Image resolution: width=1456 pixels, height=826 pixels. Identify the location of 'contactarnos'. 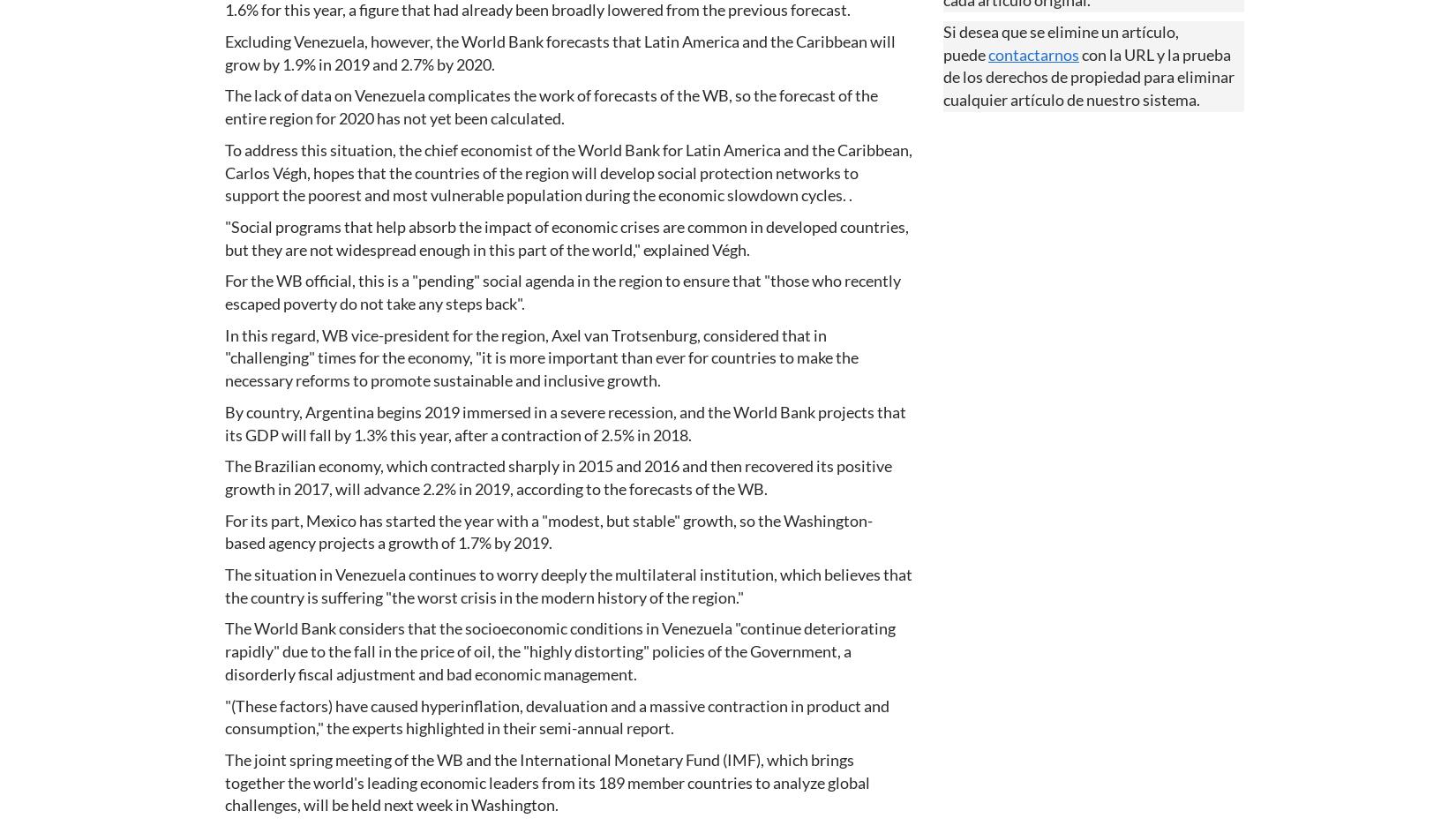
(1033, 54).